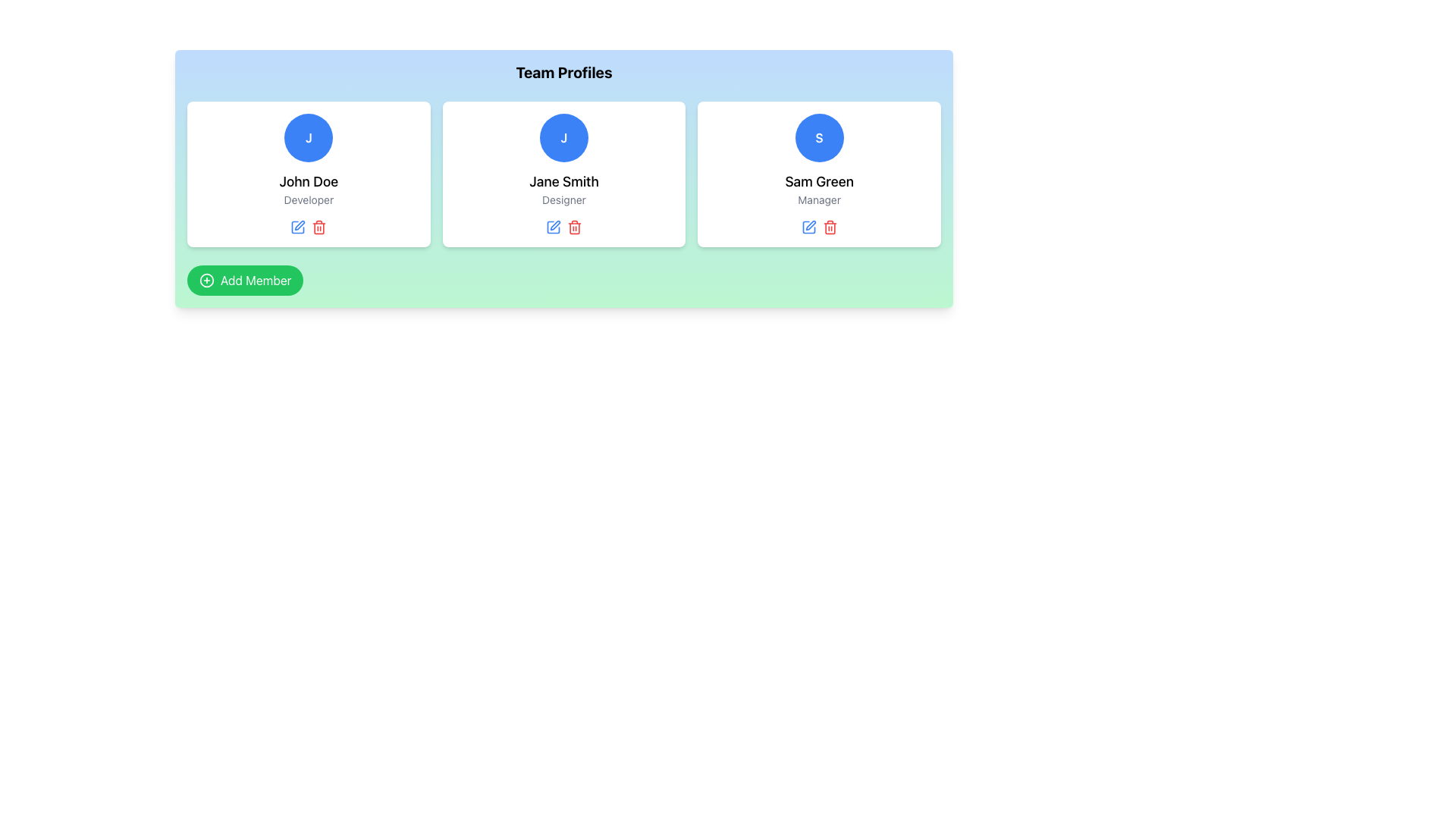 The image size is (1456, 819). What do you see at coordinates (818, 180) in the screenshot?
I see `the text label displaying 'Sam Green' in the third profile card of the team profiles list` at bounding box center [818, 180].